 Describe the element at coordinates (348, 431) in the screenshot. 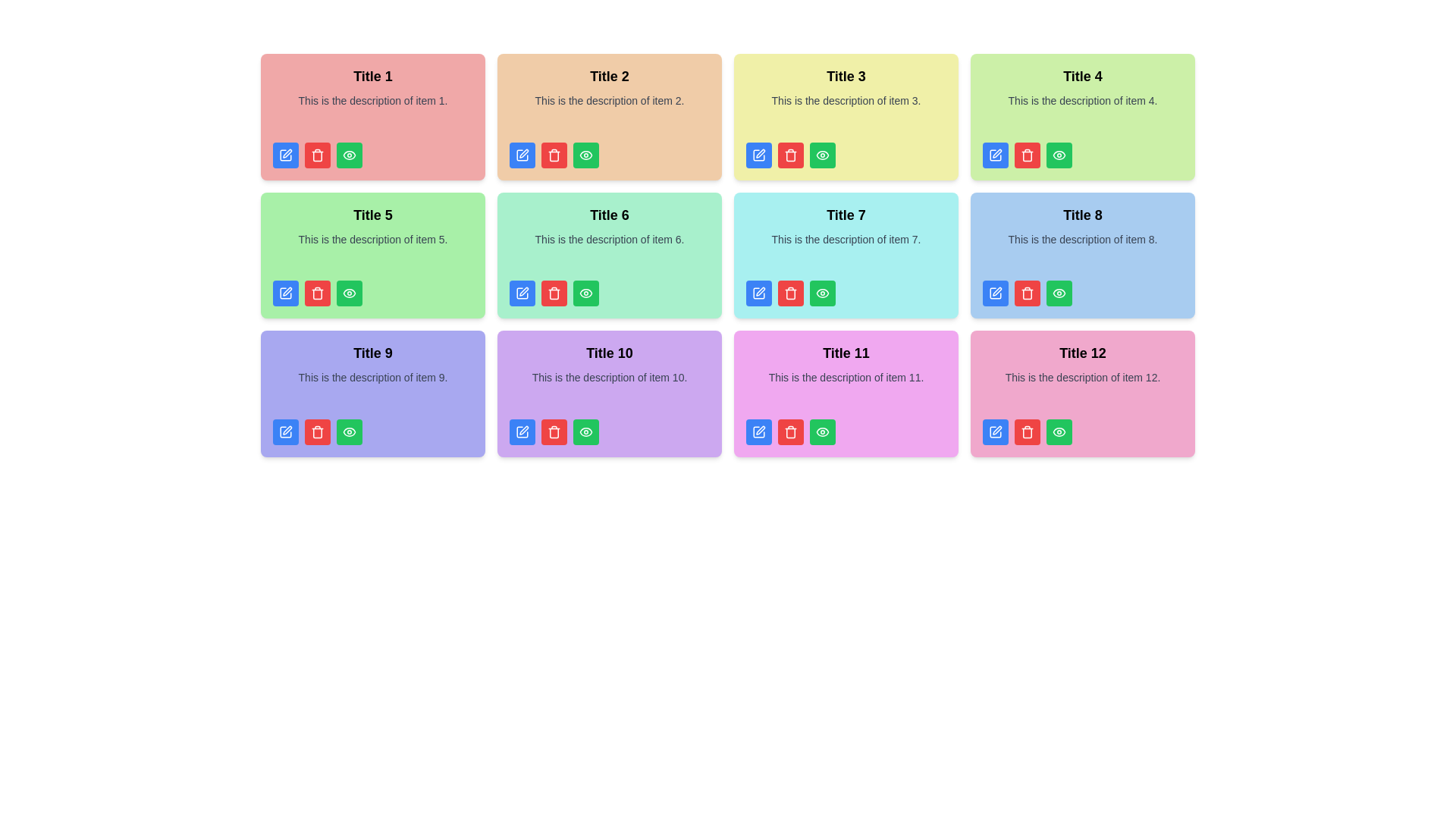

I see `the circular green button with a white eye icon, which is the third button in the row below the card labeled 'Title 9'` at that location.